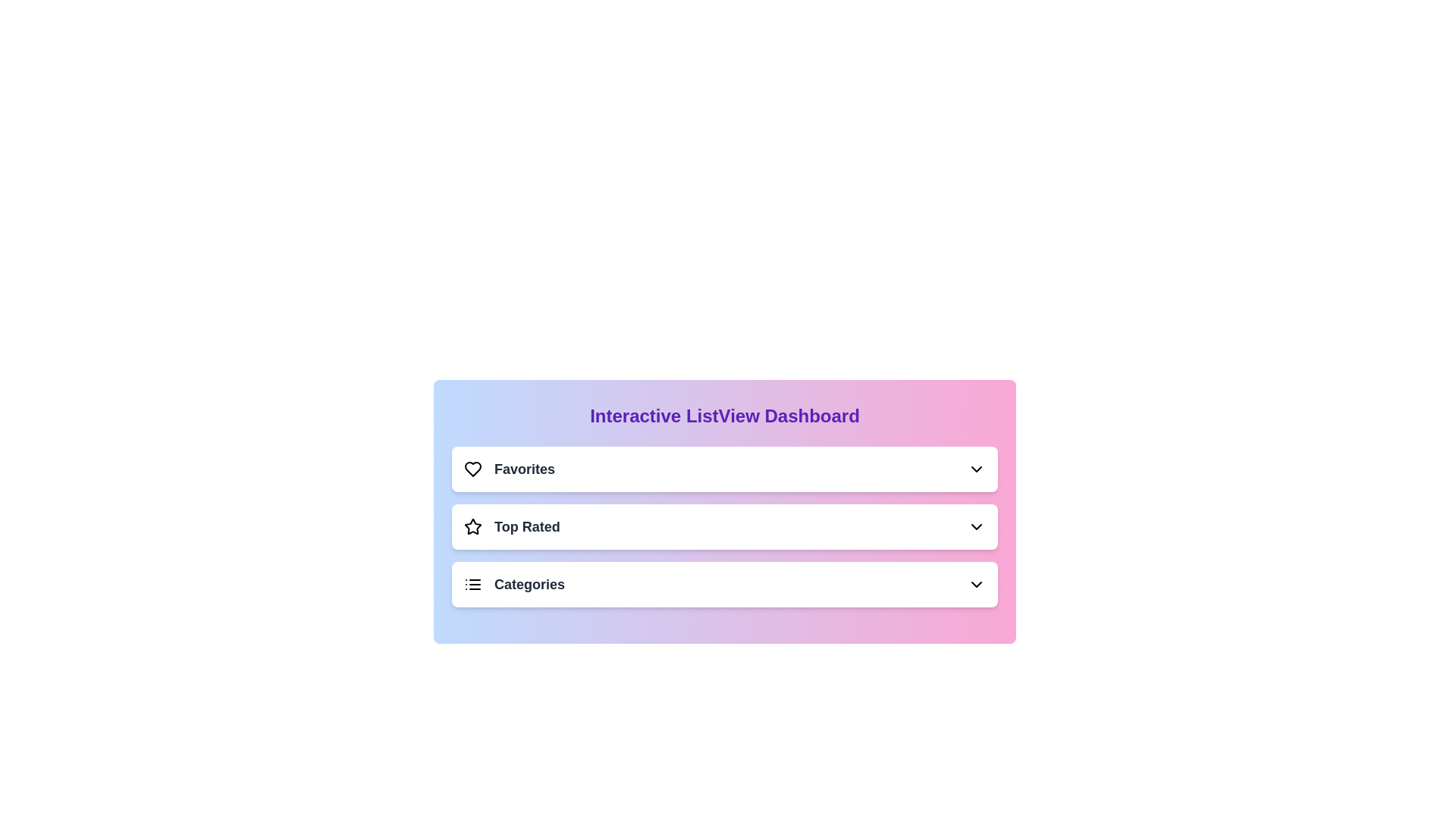 The width and height of the screenshot is (1456, 819). What do you see at coordinates (472, 526) in the screenshot?
I see `the icon corresponding to Top Rated in the list` at bounding box center [472, 526].